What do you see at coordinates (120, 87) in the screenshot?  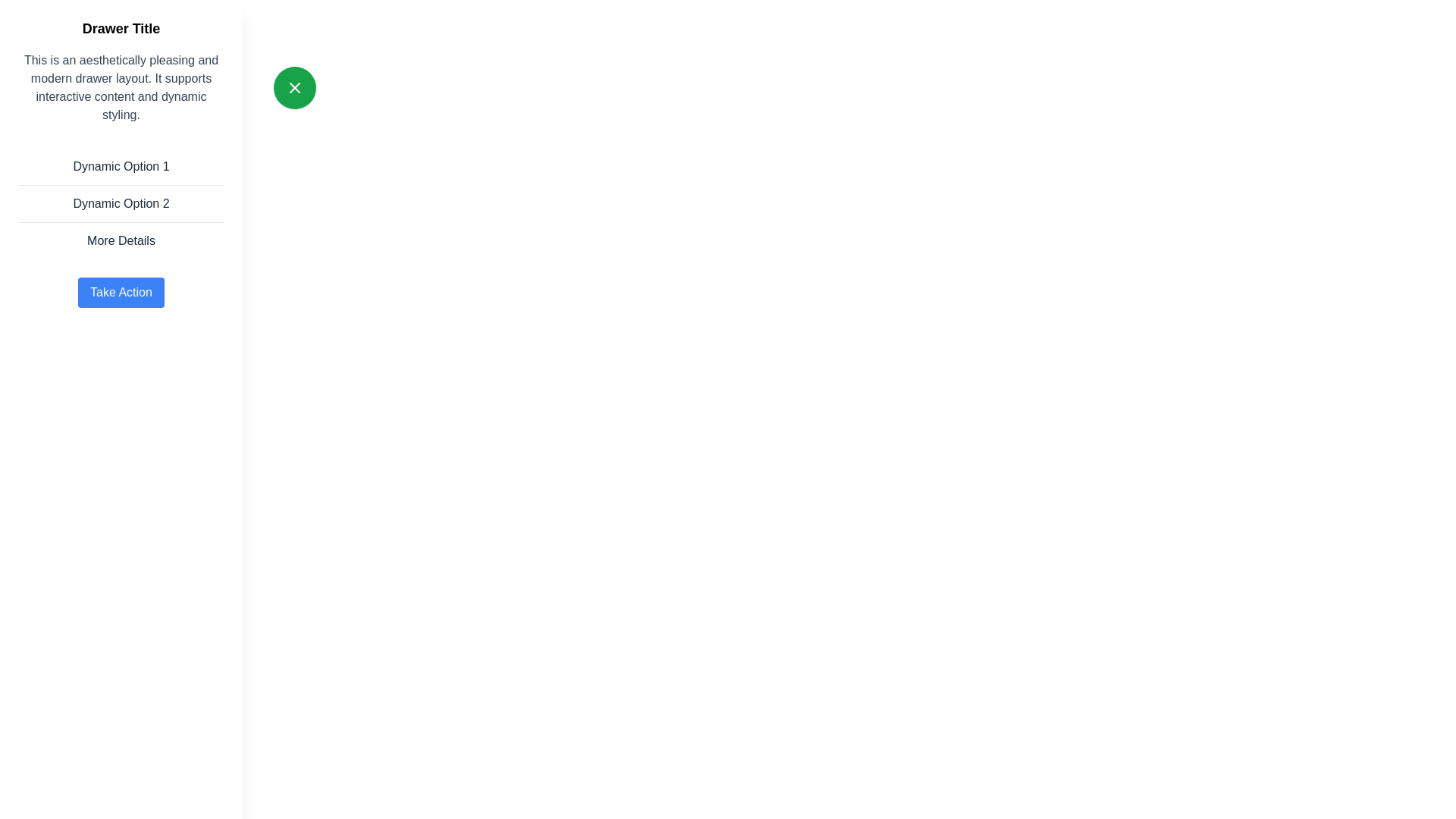 I see `the text area in the drawer and copy its content` at bounding box center [120, 87].